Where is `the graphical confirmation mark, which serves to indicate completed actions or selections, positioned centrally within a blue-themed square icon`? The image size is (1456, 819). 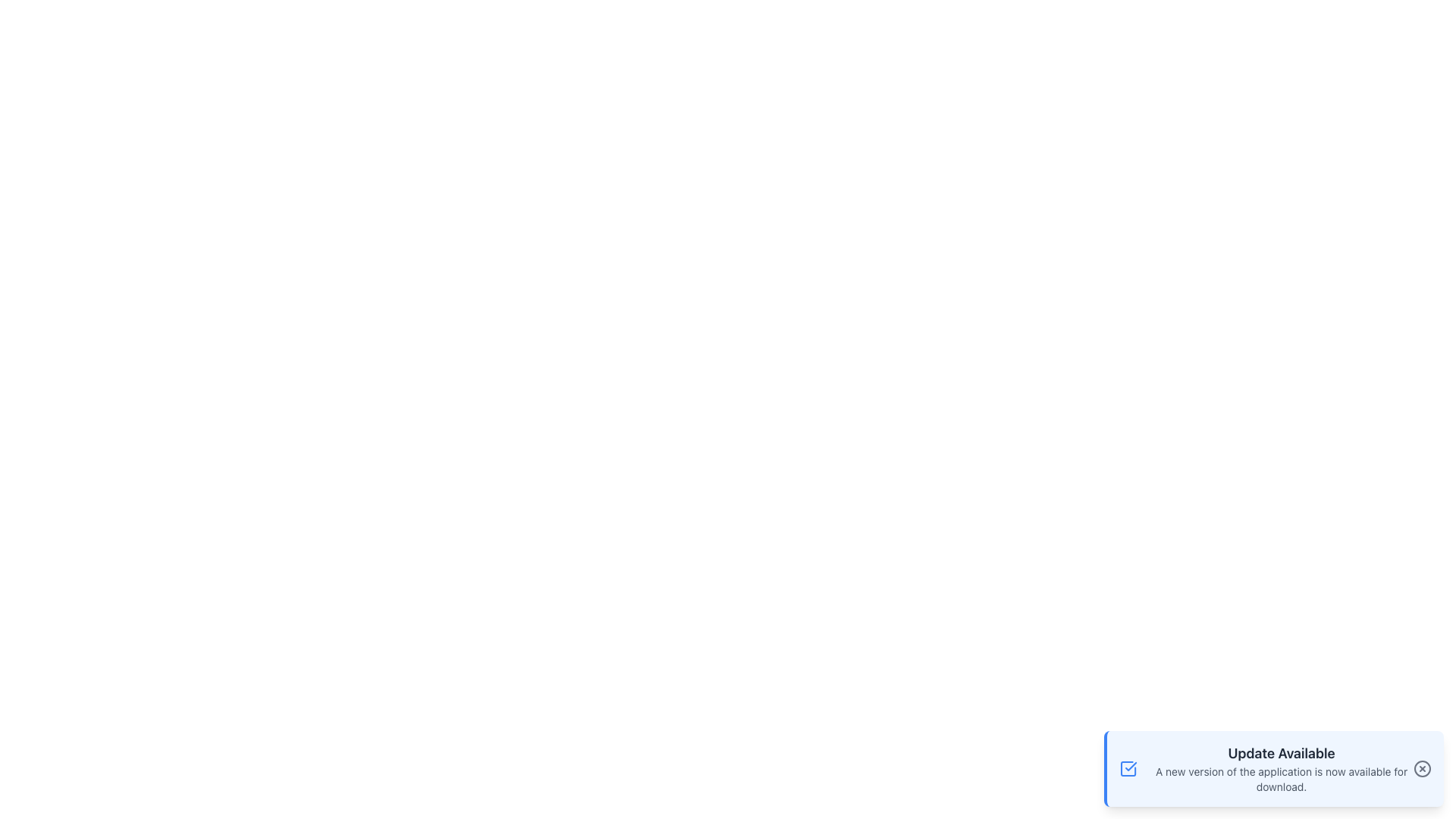 the graphical confirmation mark, which serves to indicate completed actions or selections, positioned centrally within a blue-themed square icon is located at coordinates (1131, 766).